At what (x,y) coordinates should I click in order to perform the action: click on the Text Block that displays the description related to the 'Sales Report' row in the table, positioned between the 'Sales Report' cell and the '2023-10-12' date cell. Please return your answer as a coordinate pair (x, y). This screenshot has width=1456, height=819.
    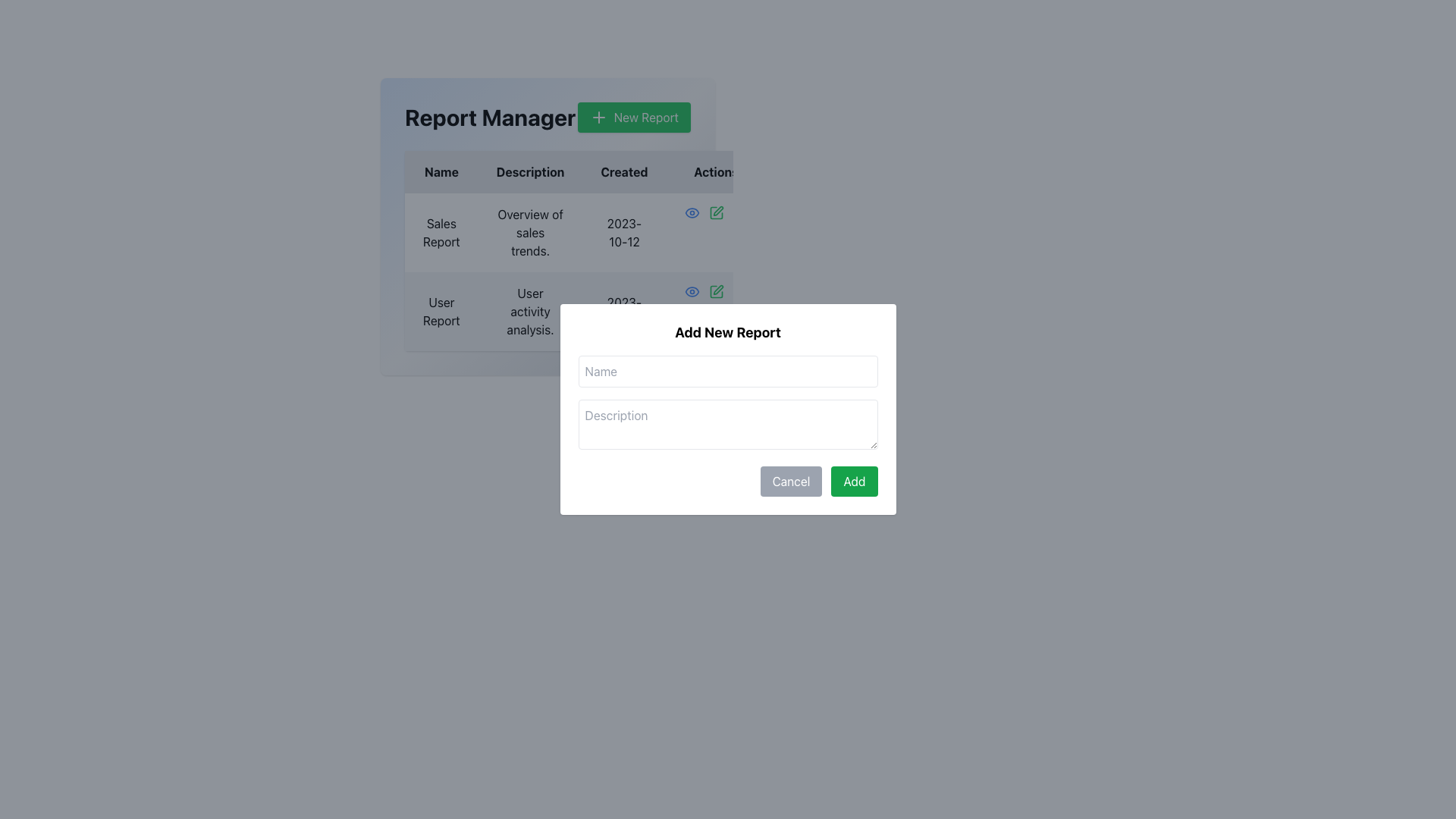
    Looking at the image, I should click on (530, 233).